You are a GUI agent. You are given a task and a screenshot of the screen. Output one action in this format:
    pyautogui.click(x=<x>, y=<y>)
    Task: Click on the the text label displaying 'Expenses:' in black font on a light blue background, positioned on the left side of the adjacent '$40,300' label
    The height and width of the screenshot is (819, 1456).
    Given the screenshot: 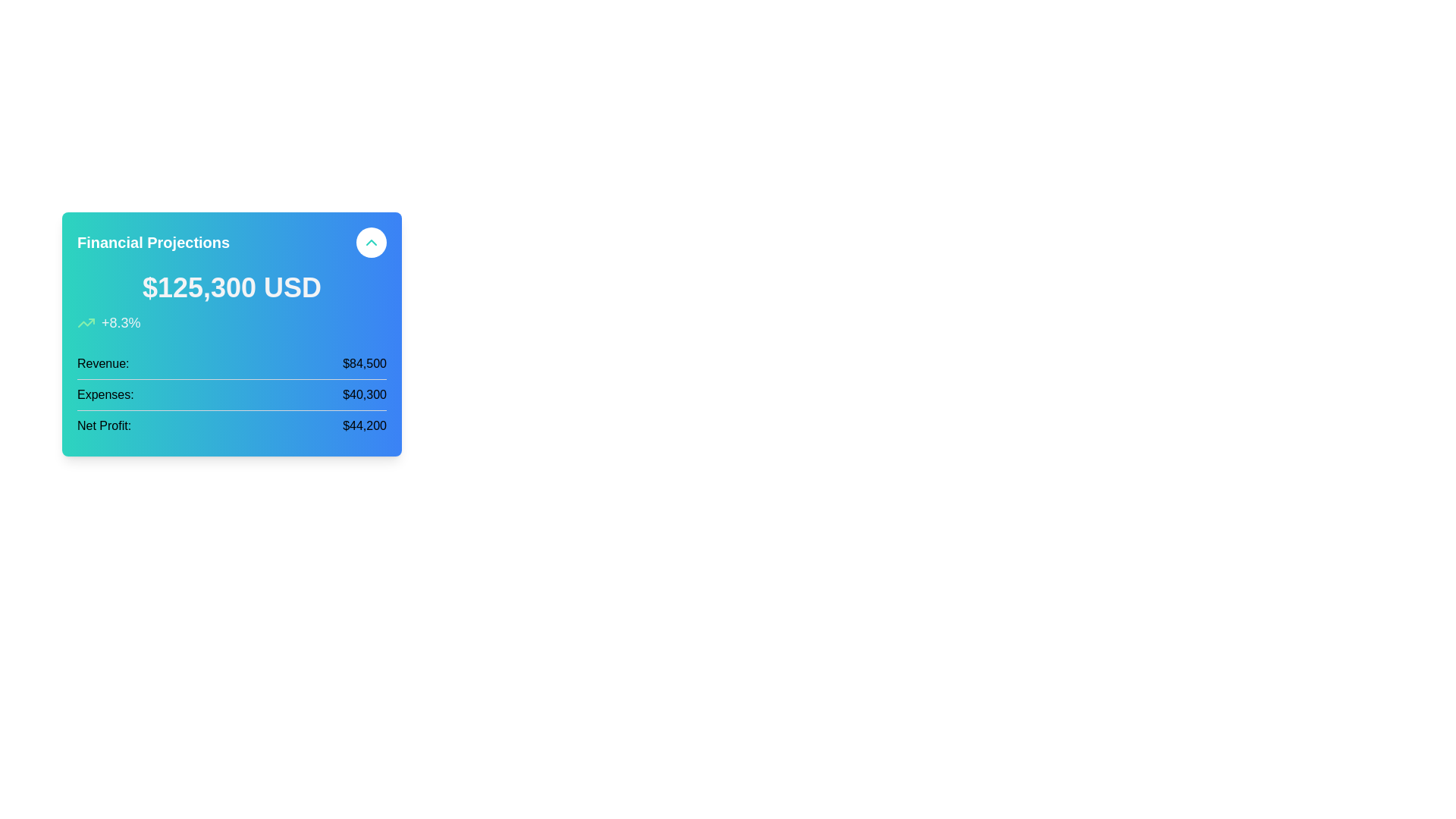 What is the action you would take?
    pyautogui.click(x=105, y=394)
    